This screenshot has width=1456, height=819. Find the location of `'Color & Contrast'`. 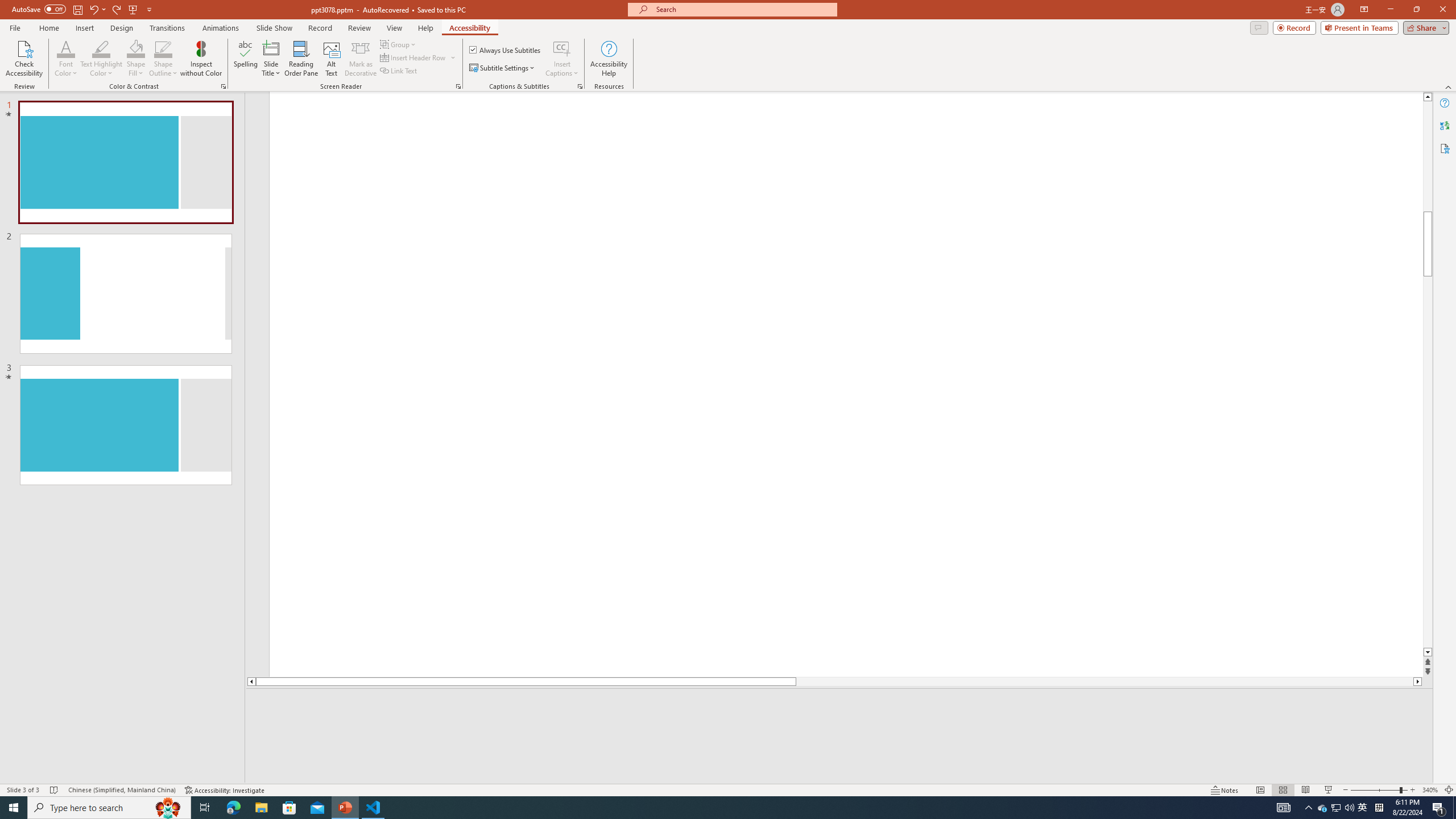

'Color & Contrast' is located at coordinates (222, 85).